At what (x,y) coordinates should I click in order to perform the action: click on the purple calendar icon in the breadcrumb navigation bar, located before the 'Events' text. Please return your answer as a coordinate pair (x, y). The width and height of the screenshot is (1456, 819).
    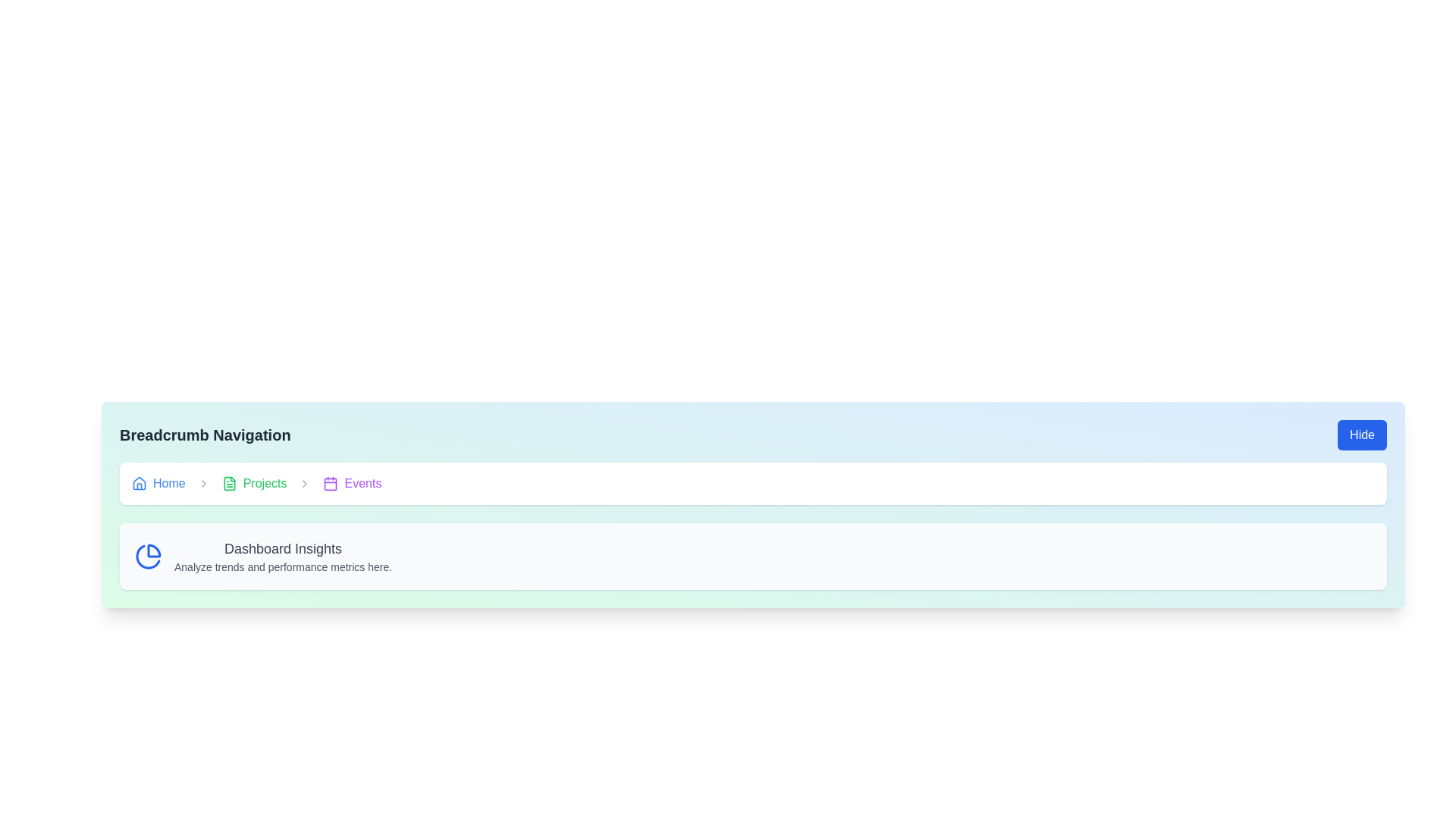
    Looking at the image, I should click on (330, 483).